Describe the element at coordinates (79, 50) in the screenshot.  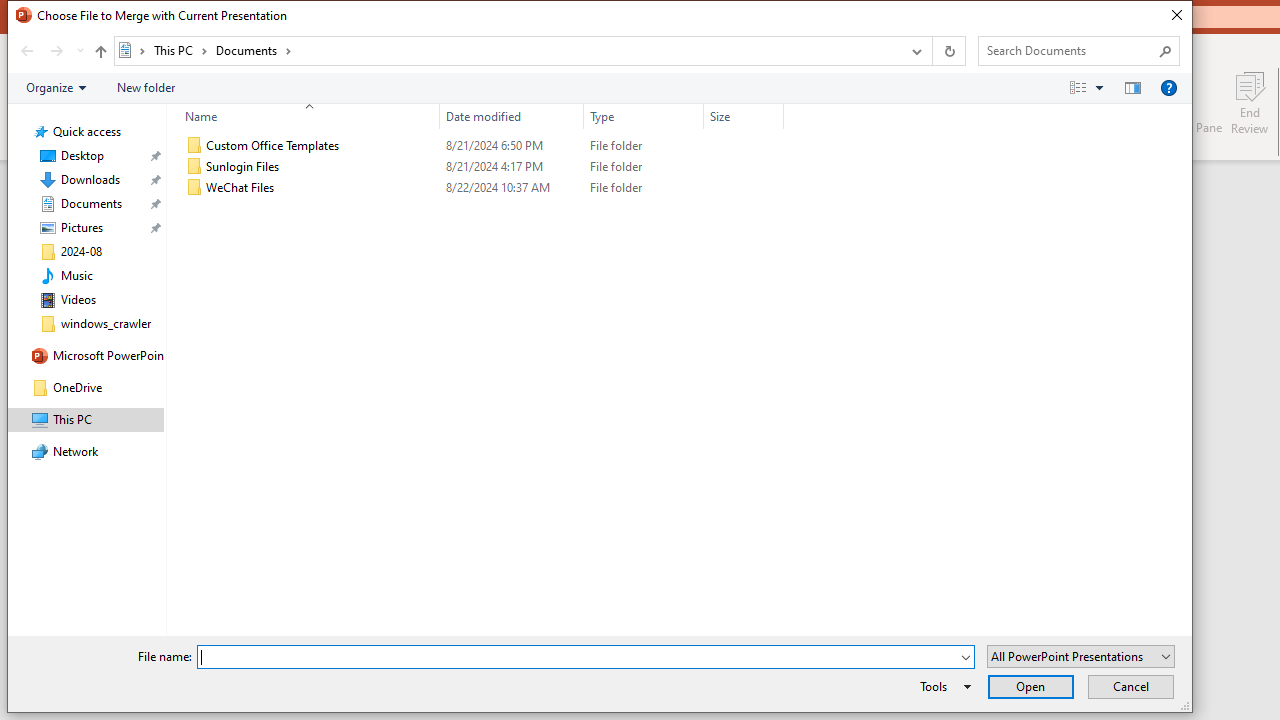
I see `'Recent locations'` at that location.